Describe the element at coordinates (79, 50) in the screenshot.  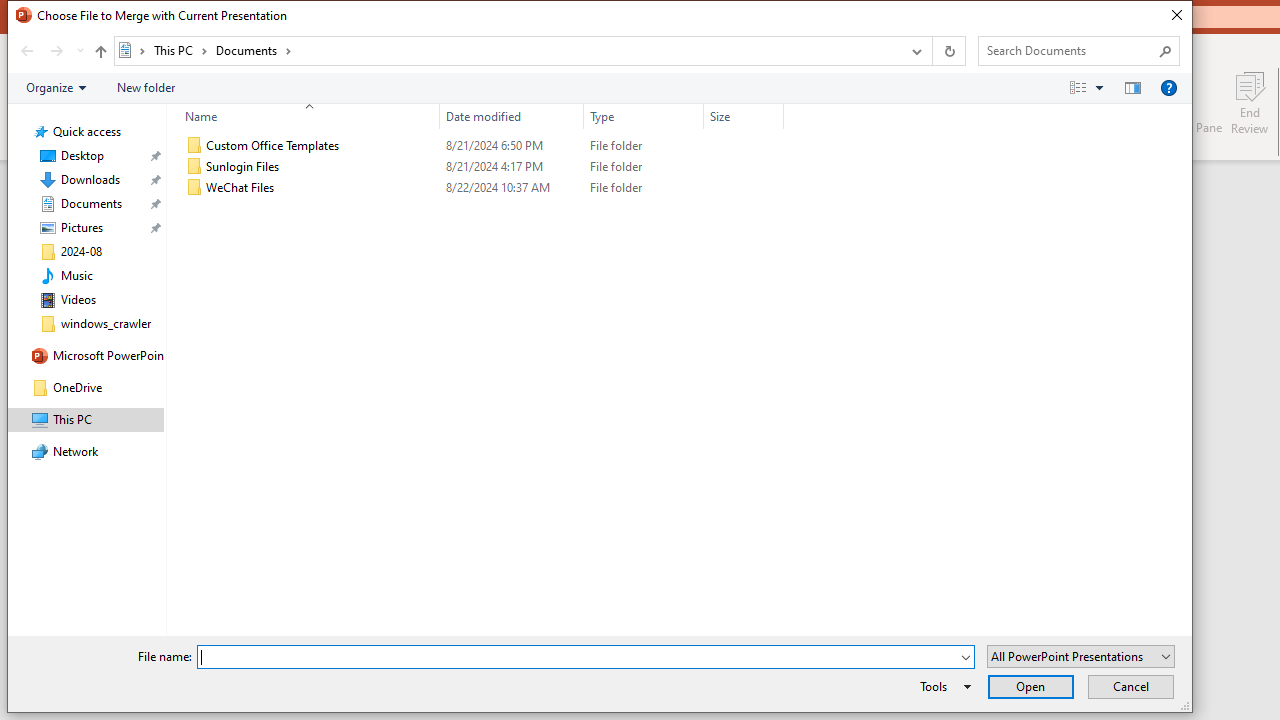
I see `'Recent locations'` at that location.